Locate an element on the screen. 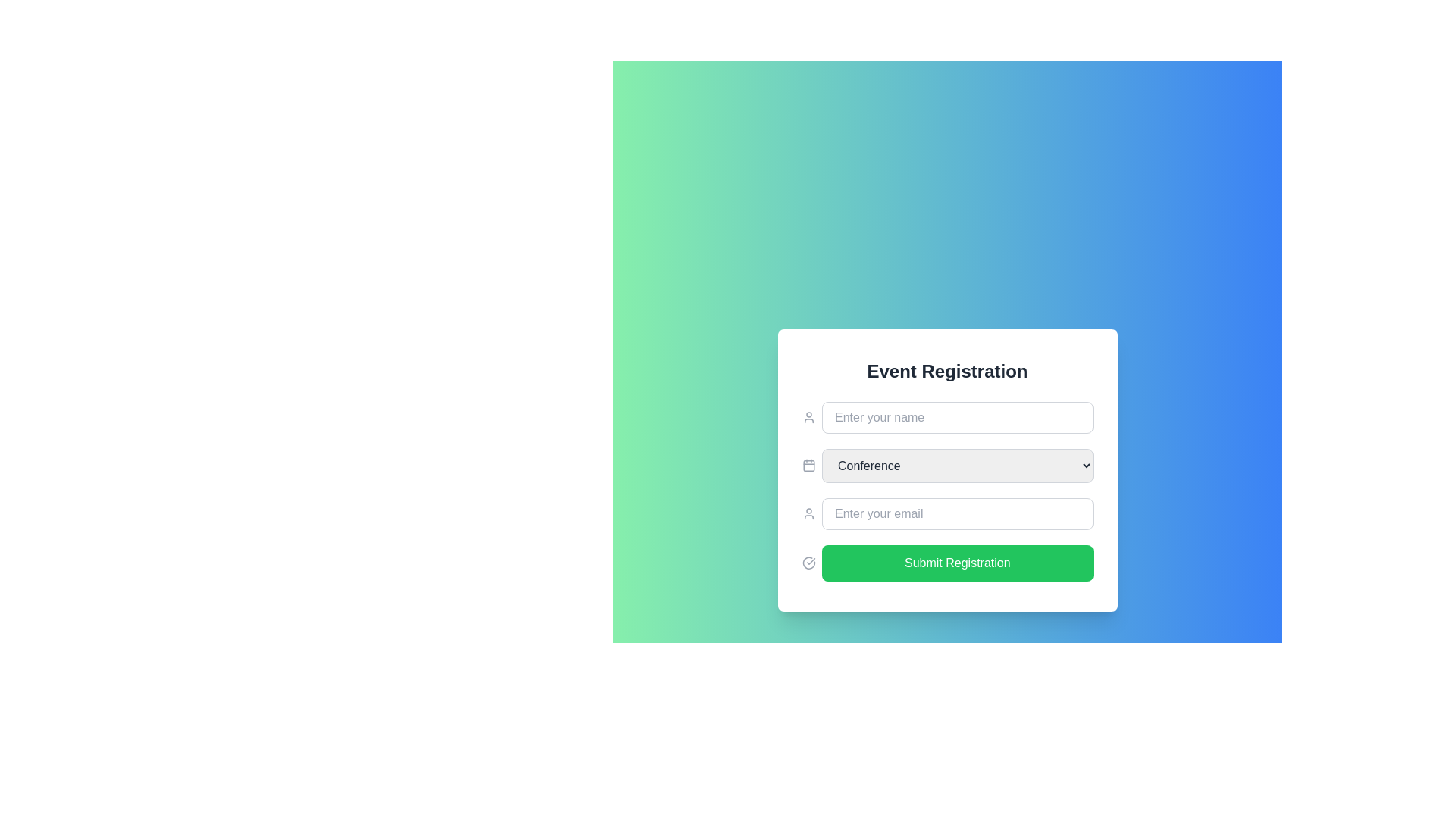 Image resolution: width=1456 pixels, height=819 pixels. the 'Submit' button located at the bottom of the 'Event Registration' form is located at coordinates (956, 563).